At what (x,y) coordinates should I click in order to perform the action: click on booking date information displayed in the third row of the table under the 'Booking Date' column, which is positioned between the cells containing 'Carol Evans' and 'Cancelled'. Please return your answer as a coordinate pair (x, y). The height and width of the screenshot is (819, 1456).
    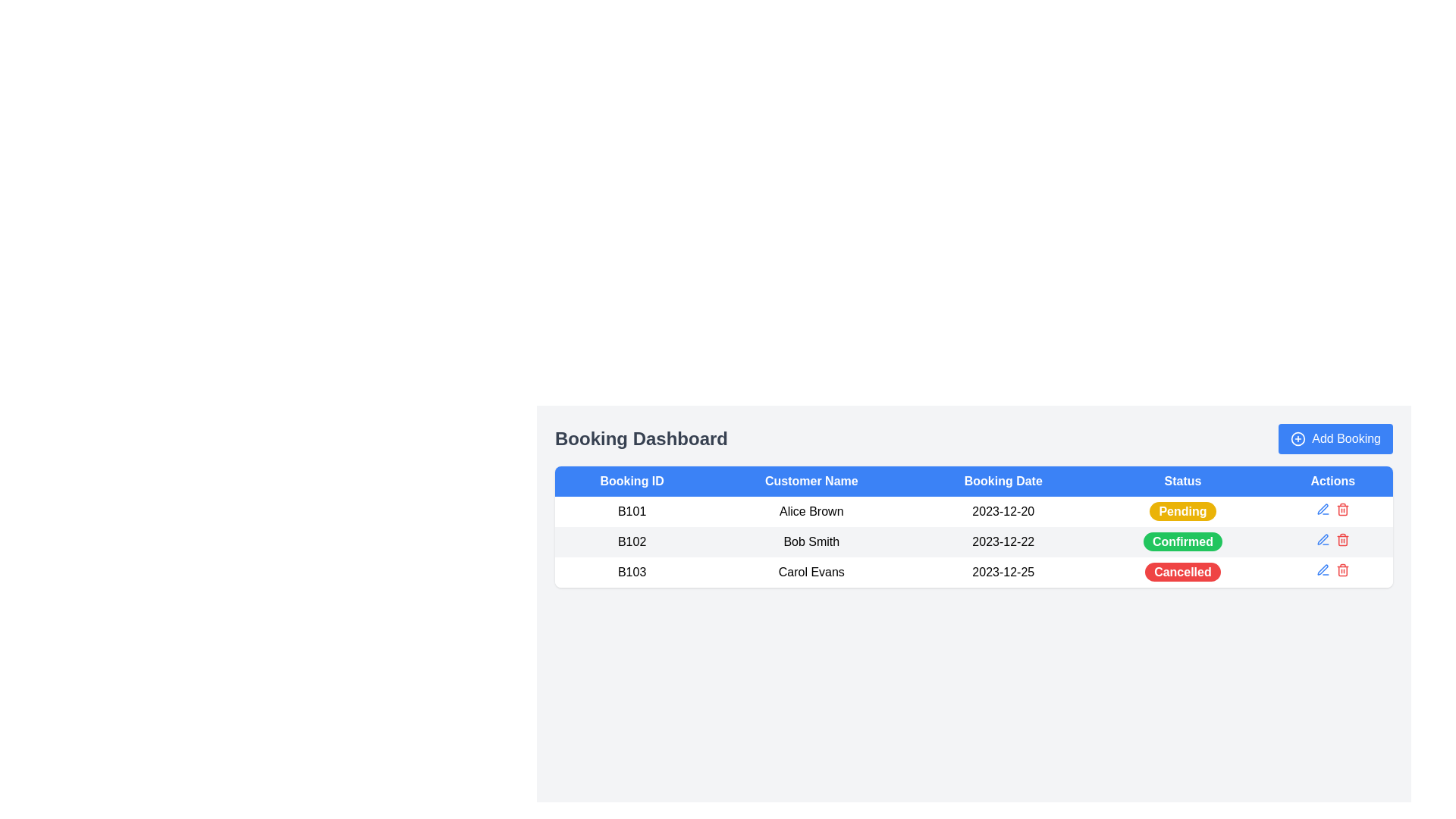
    Looking at the image, I should click on (1003, 573).